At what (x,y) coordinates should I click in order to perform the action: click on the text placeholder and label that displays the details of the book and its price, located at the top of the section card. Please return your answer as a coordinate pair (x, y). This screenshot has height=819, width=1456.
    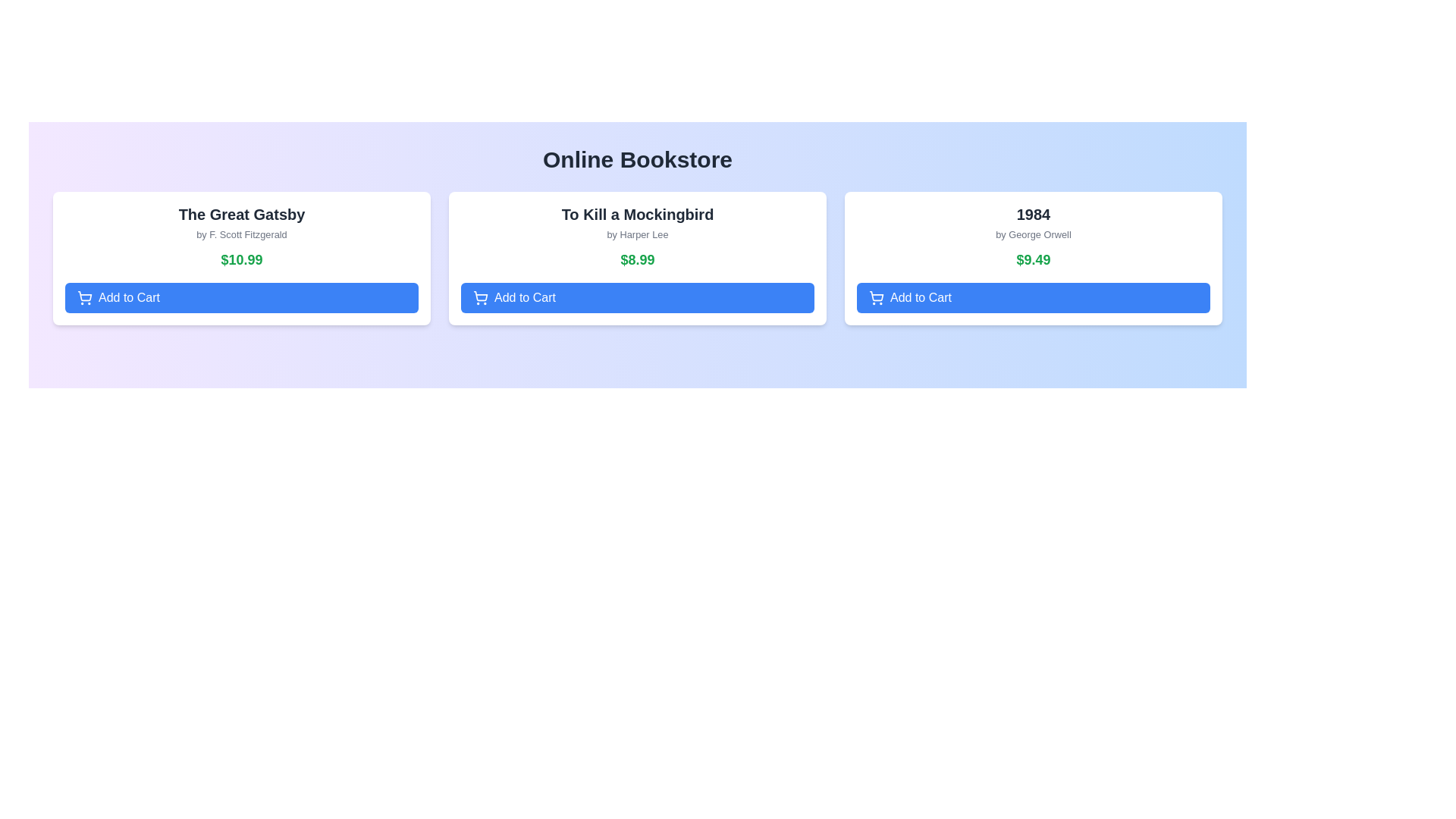
    Looking at the image, I should click on (240, 237).